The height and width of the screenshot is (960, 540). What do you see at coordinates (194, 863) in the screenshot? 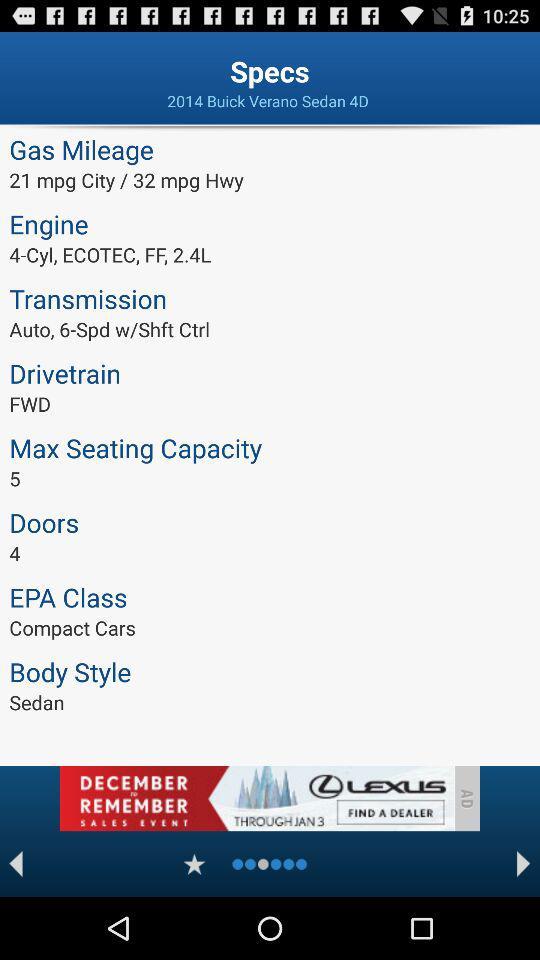
I see `starre` at bounding box center [194, 863].